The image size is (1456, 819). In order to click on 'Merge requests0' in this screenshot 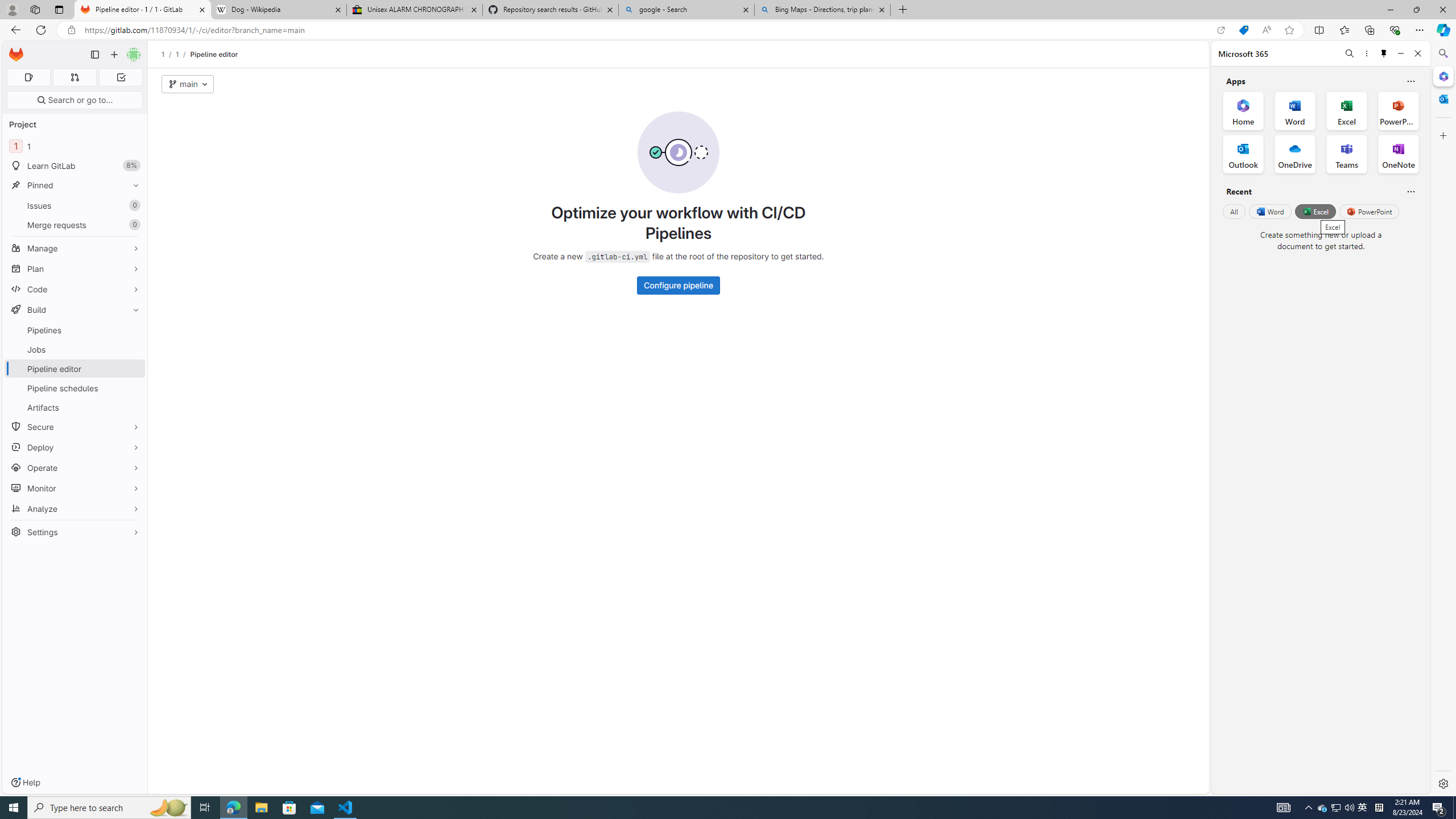, I will do `click(74, 224)`.